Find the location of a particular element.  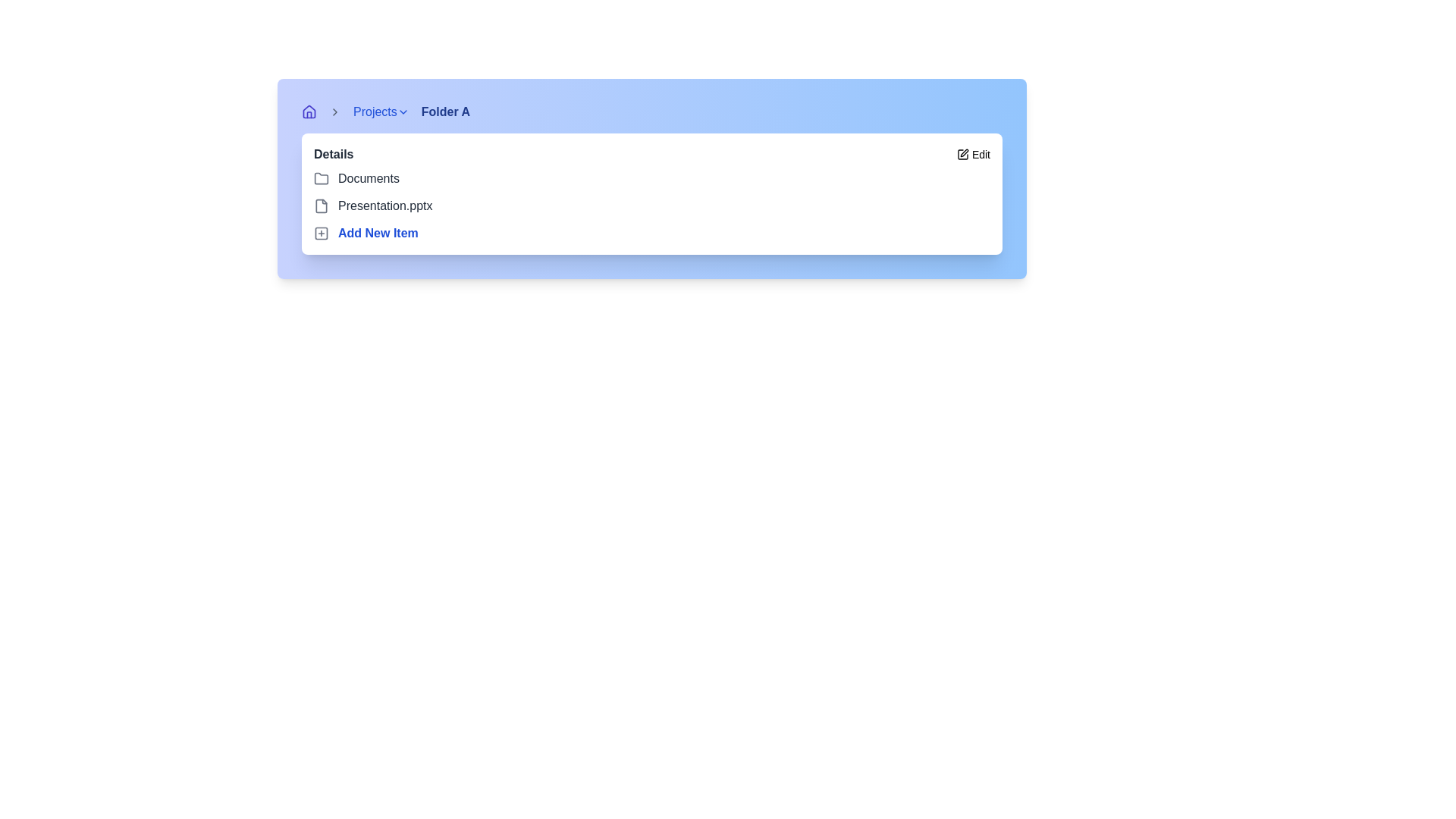

the static text label 'Add New Item' which is styled in blue bold font and positioned beside a plus sign icon, located below the 'Details' folder contents is located at coordinates (378, 234).